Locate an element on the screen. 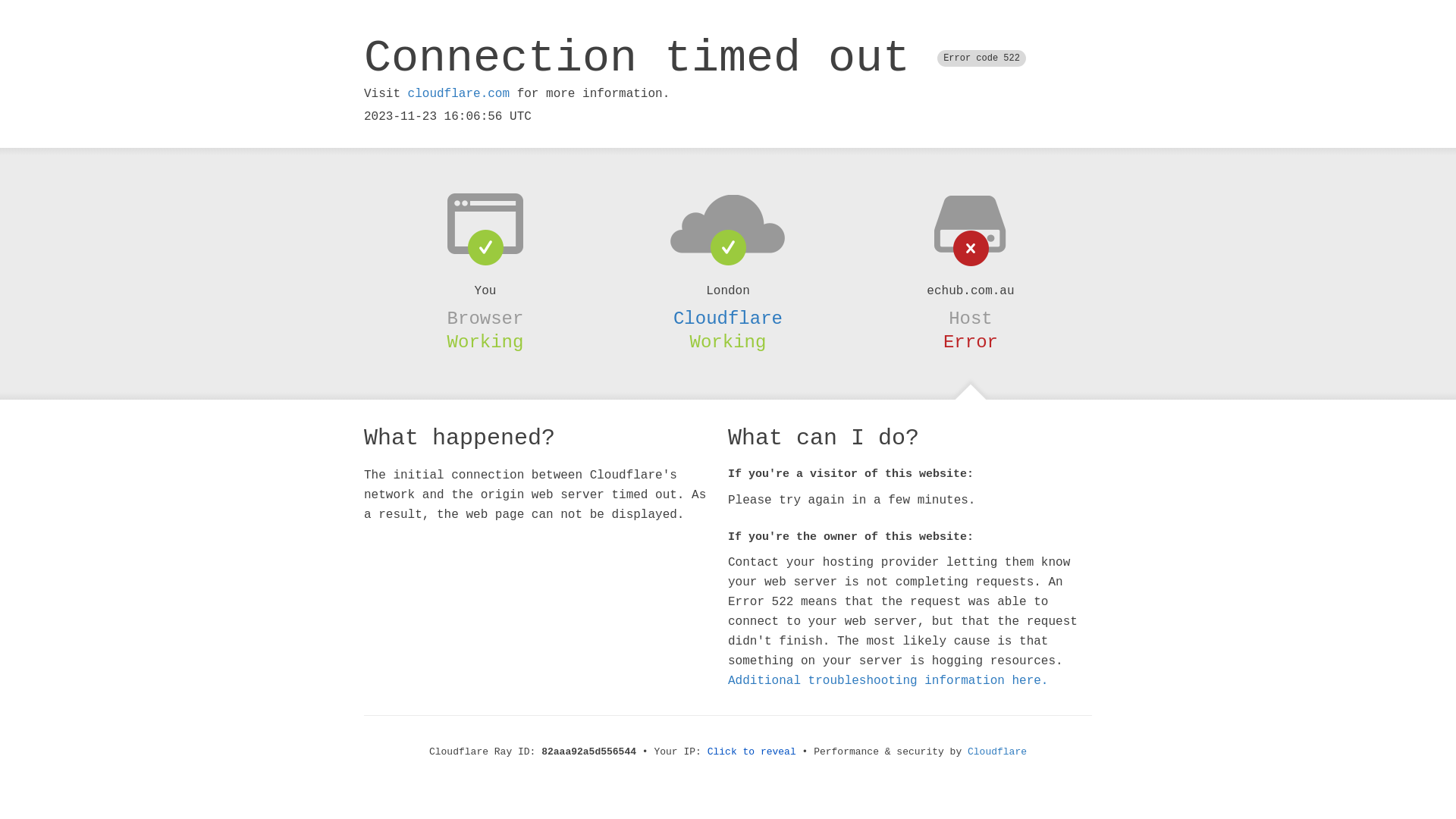 Image resolution: width=1456 pixels, height=819 pixels. 'Additional troubleshooting information here.' is located at coordinates (888, 680).